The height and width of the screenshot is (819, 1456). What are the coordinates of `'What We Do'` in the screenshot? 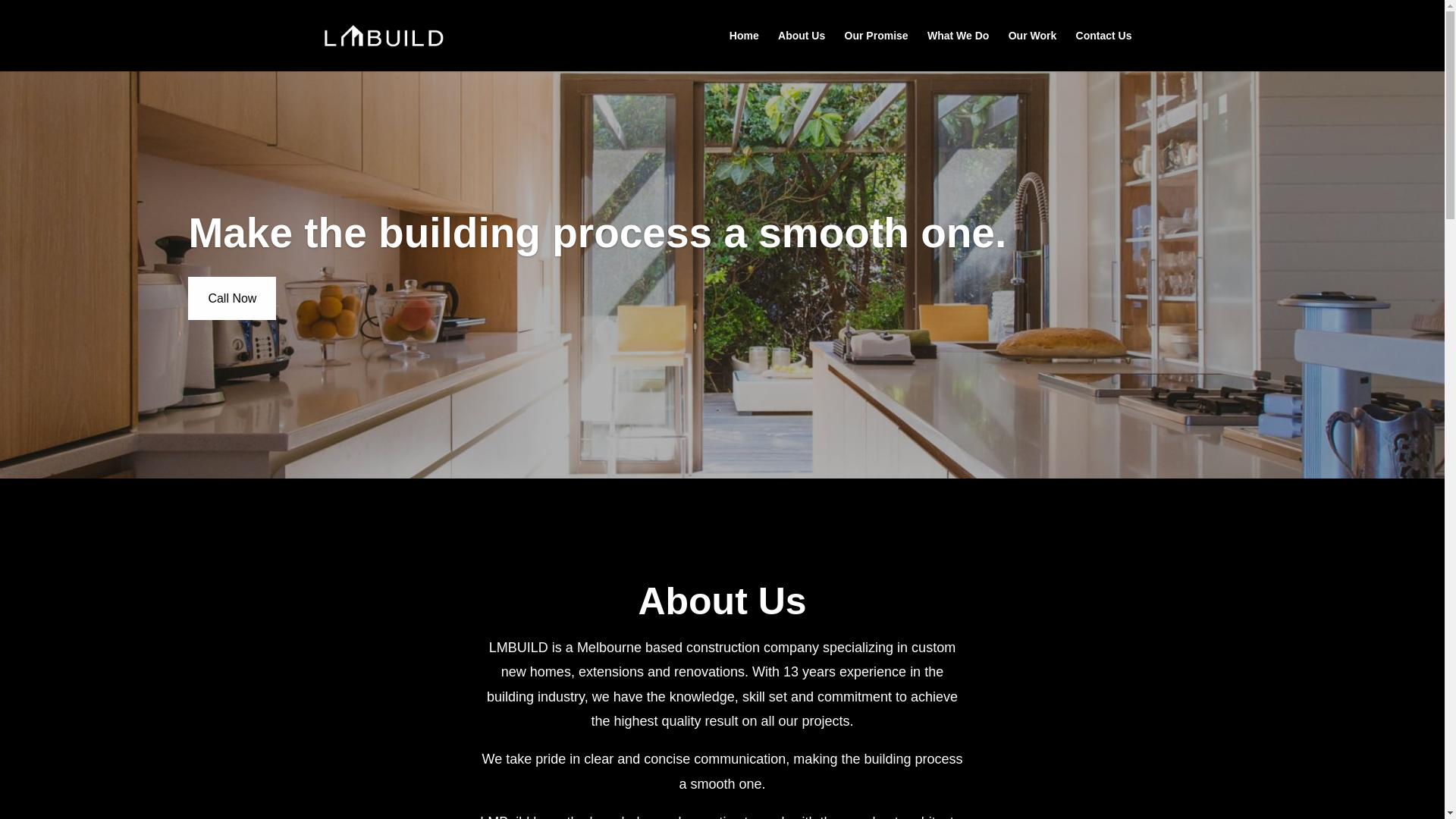 It's located at (957, 49).